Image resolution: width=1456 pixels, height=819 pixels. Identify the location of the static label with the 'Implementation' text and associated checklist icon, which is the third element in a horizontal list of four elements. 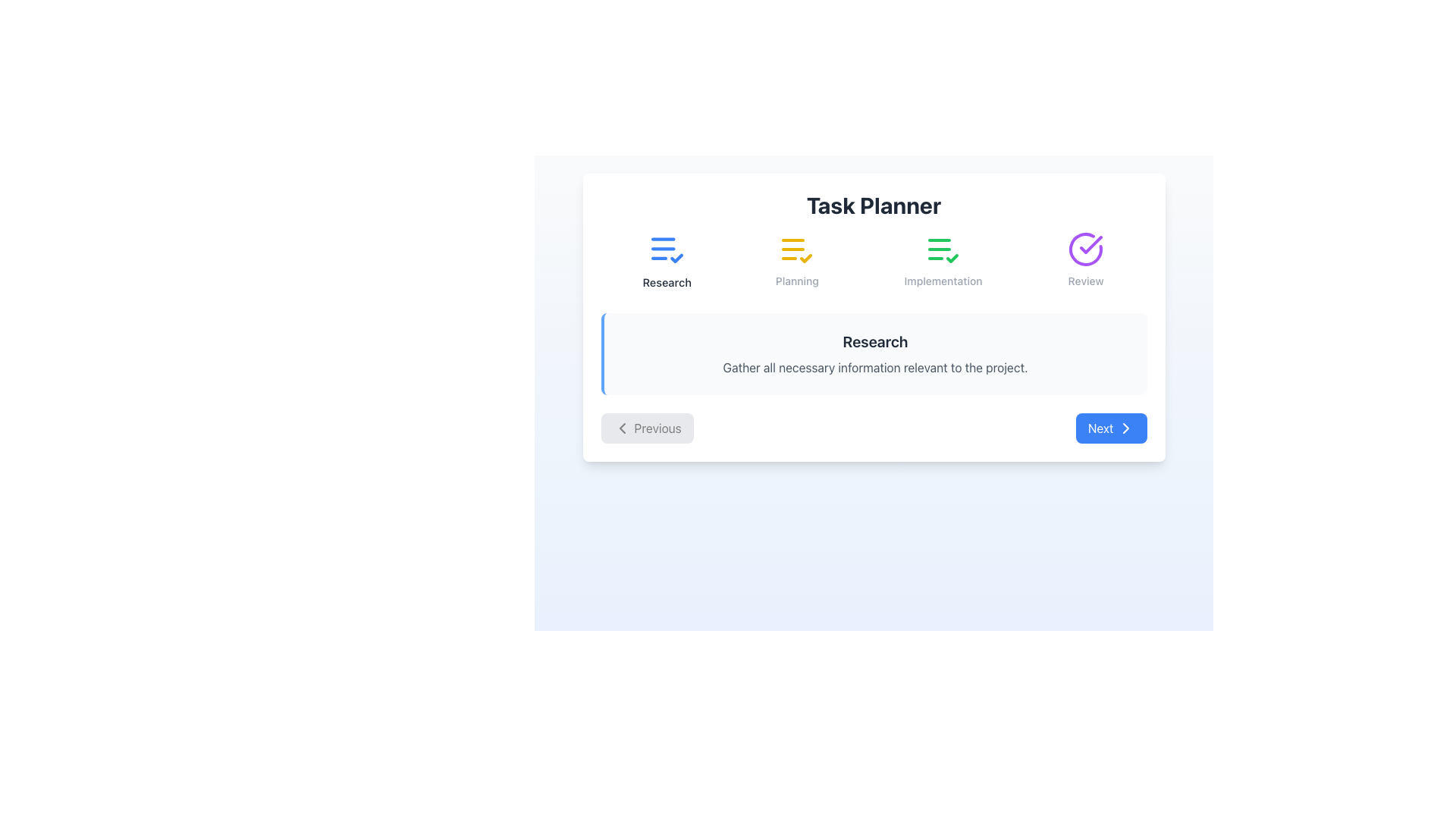
(942, 259).